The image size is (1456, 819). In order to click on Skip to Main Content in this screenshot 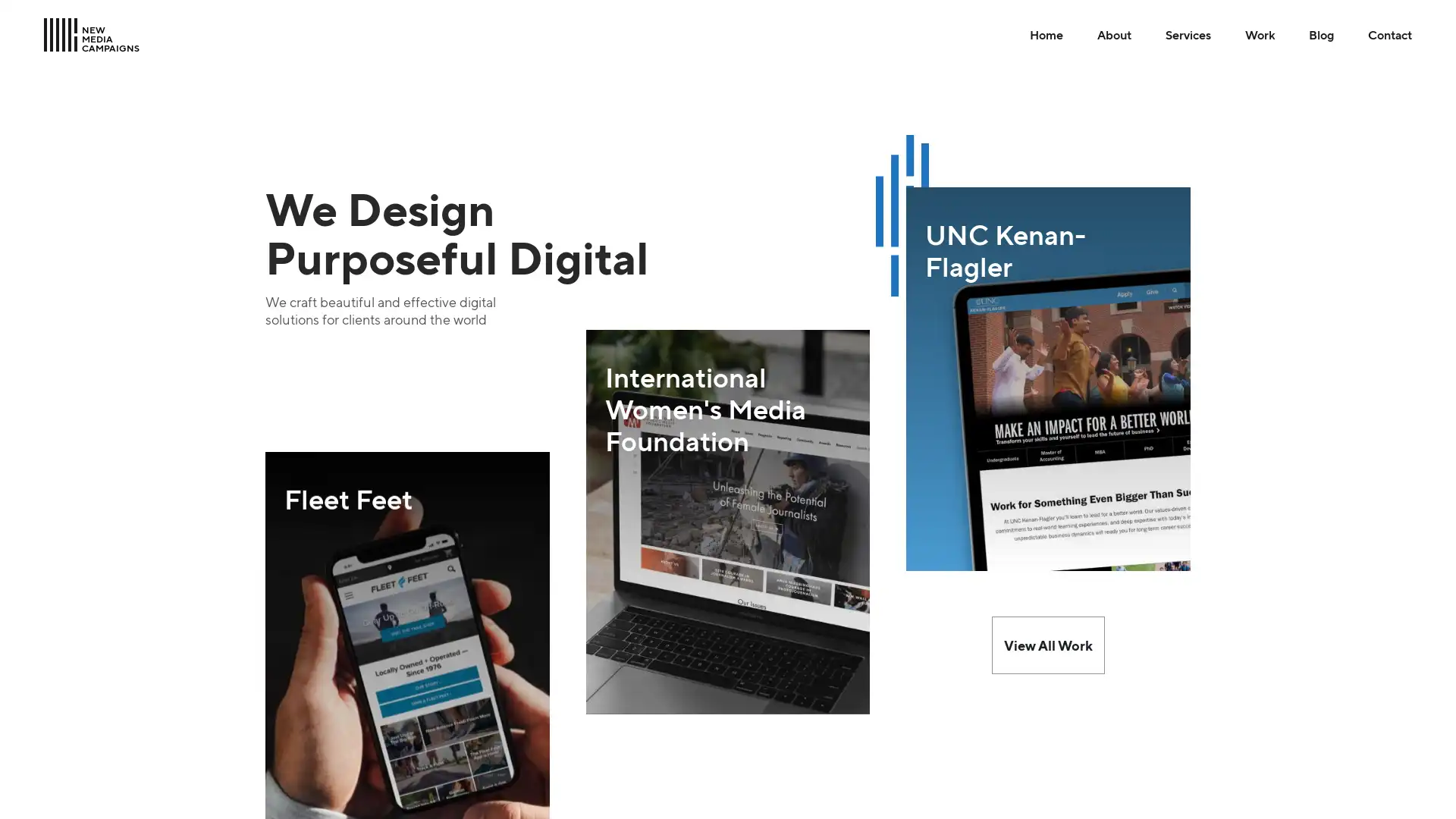, I will do `click(15, 15)`.